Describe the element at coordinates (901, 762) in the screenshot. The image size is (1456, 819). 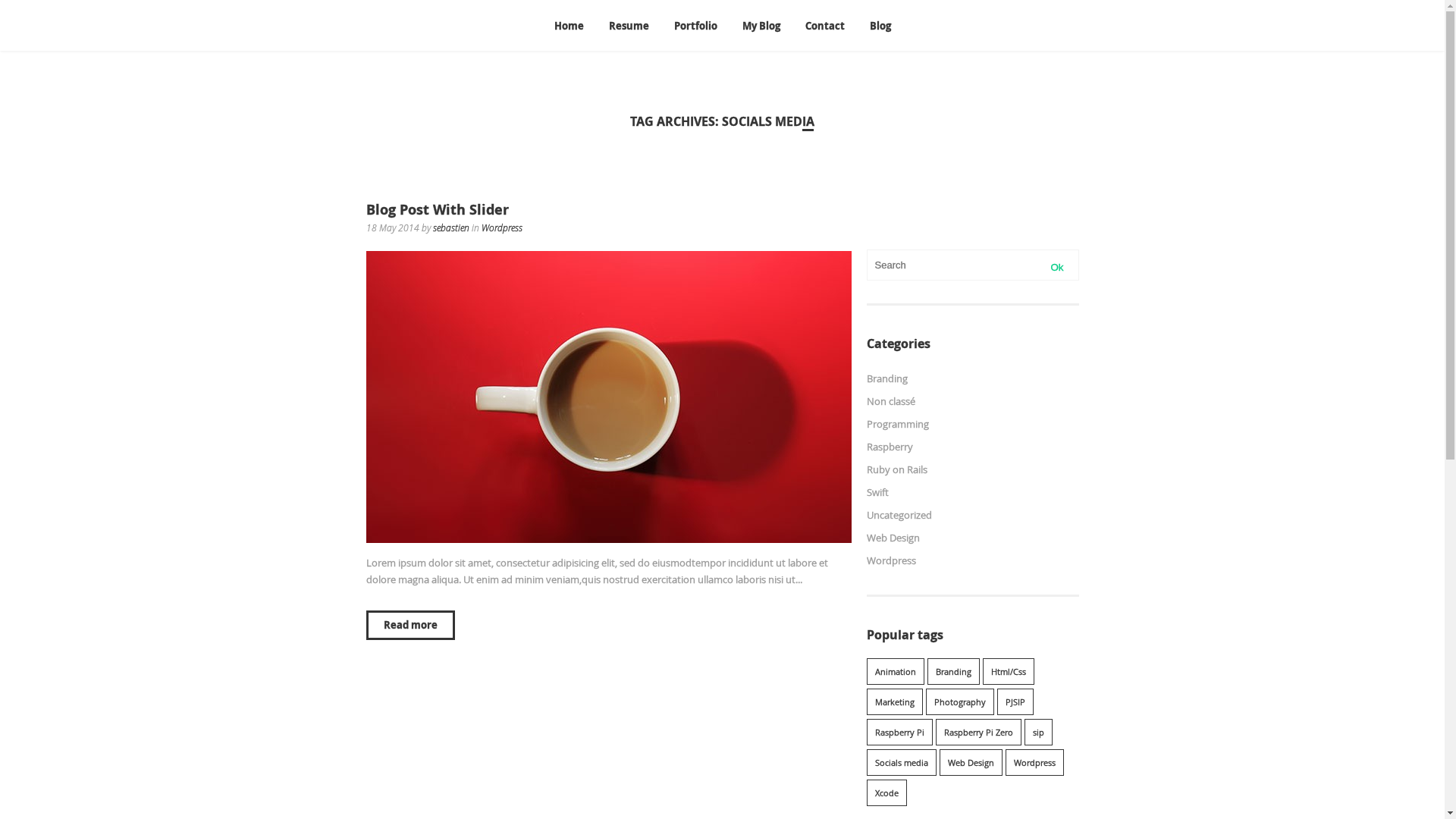
I see `'Socials media'` at that location.